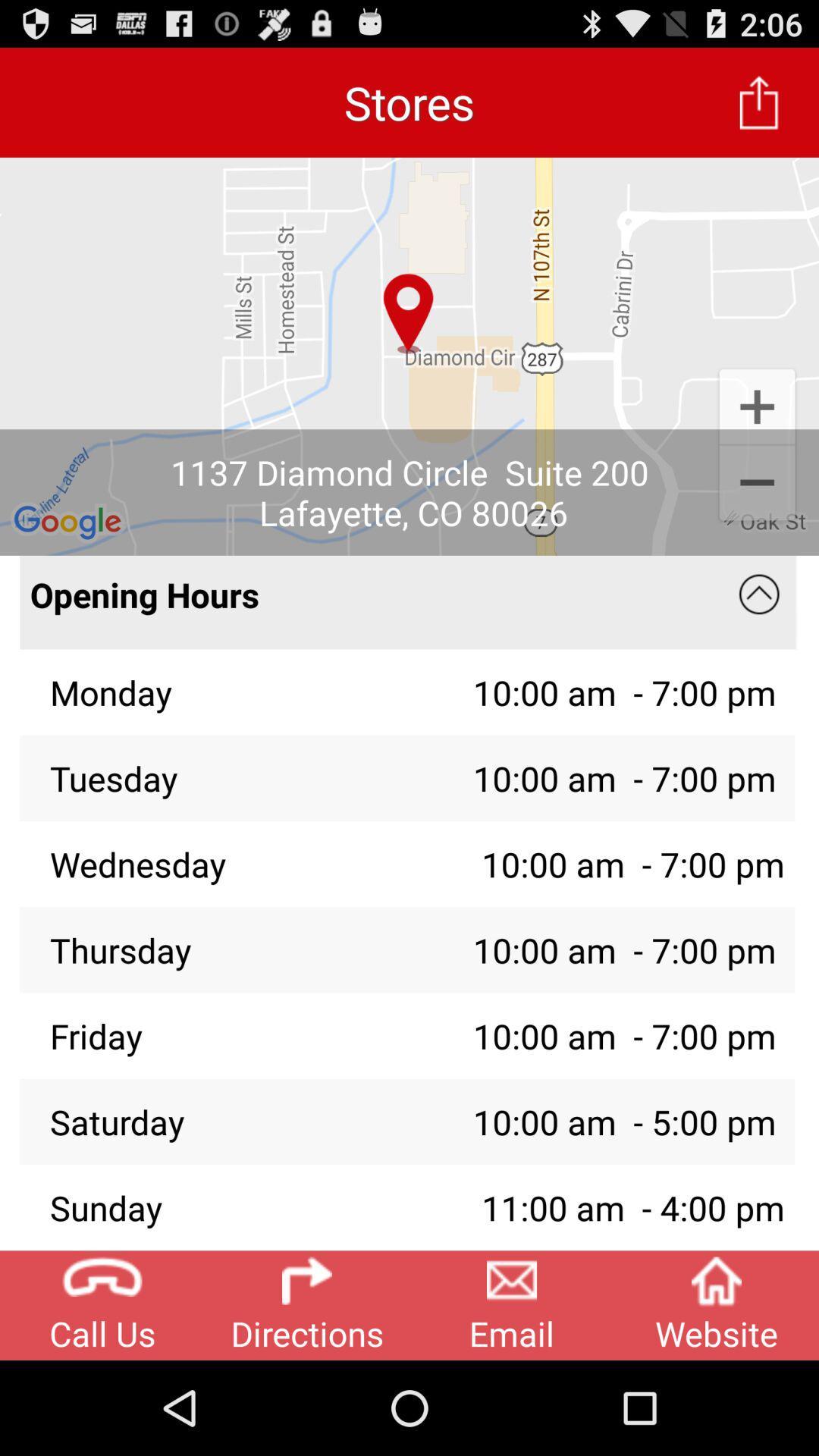 The image size is (819, 1456). I want to click on icon above monday, so click(375, 601).